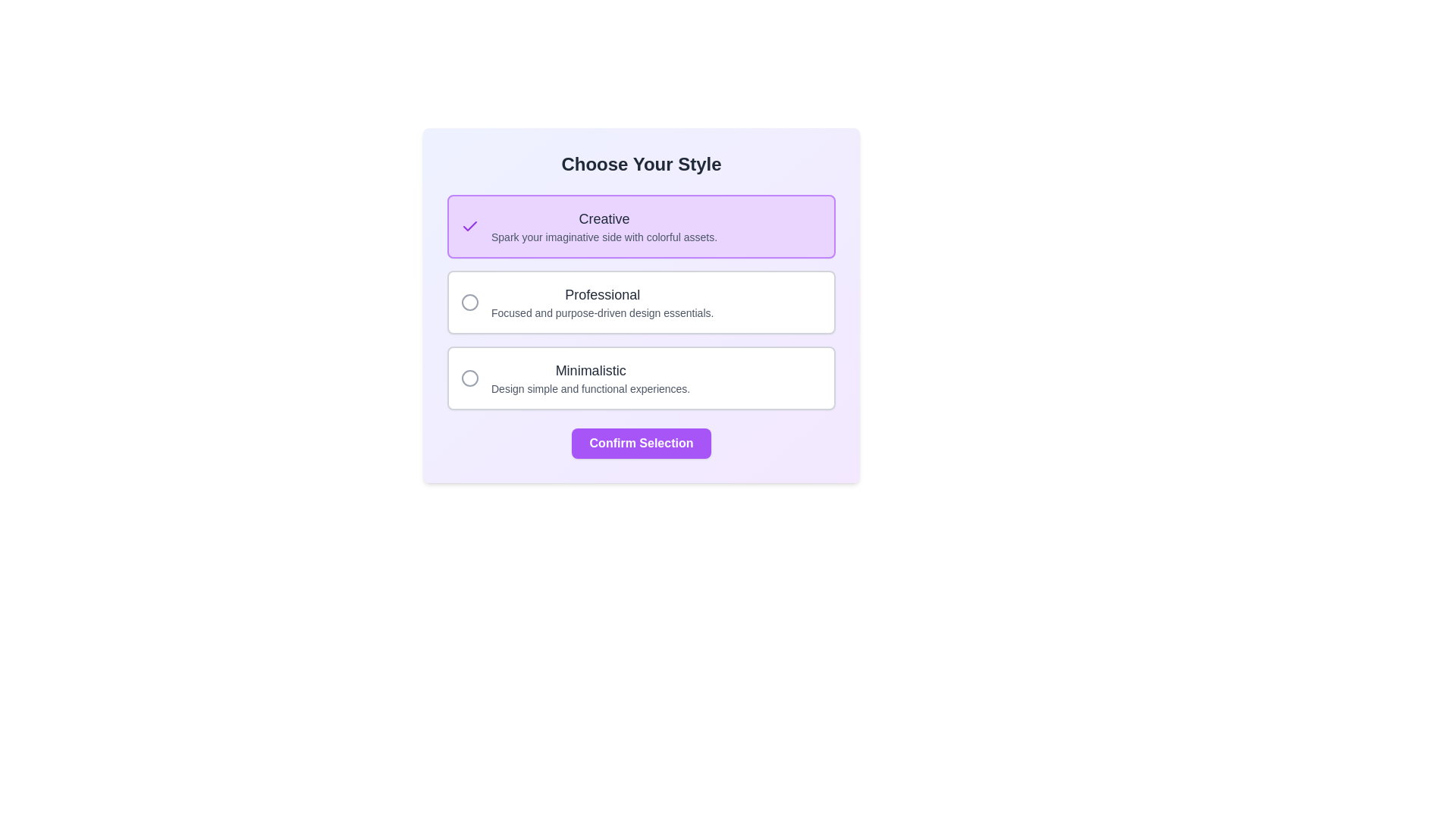 This screenshot has width=1456, height=819. What do you see at coordinates (590, 371) in the screenshot?
I see `header text labeled 'Minimalistic' which is styled with a larger font size, medium weight, and gray color, located at the center bottom segment of the interface` at bounding box center [590, 371].